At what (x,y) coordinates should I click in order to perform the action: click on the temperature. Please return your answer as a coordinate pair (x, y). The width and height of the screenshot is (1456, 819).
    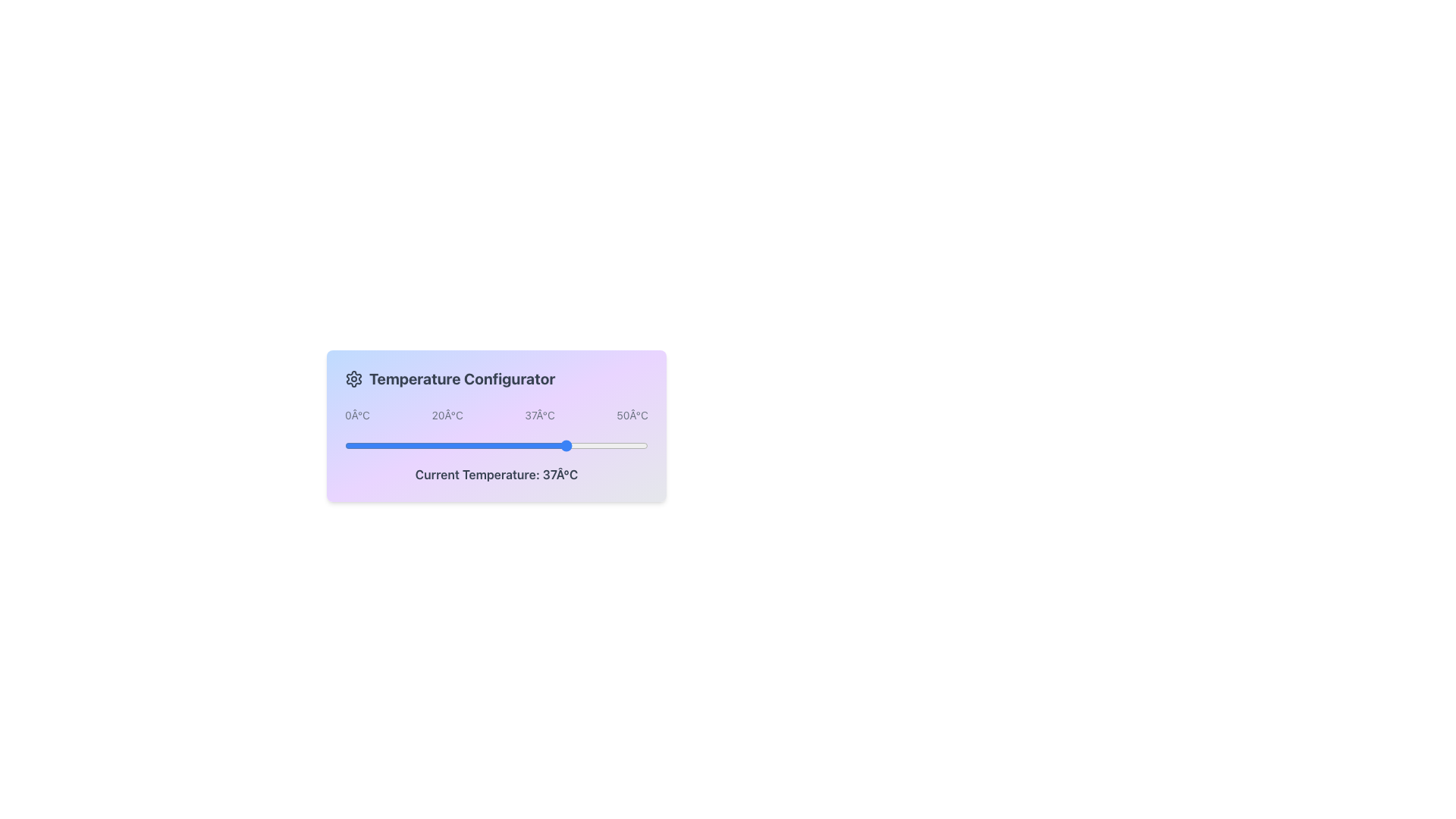
    Looking at the image, I should click on (527, 444).